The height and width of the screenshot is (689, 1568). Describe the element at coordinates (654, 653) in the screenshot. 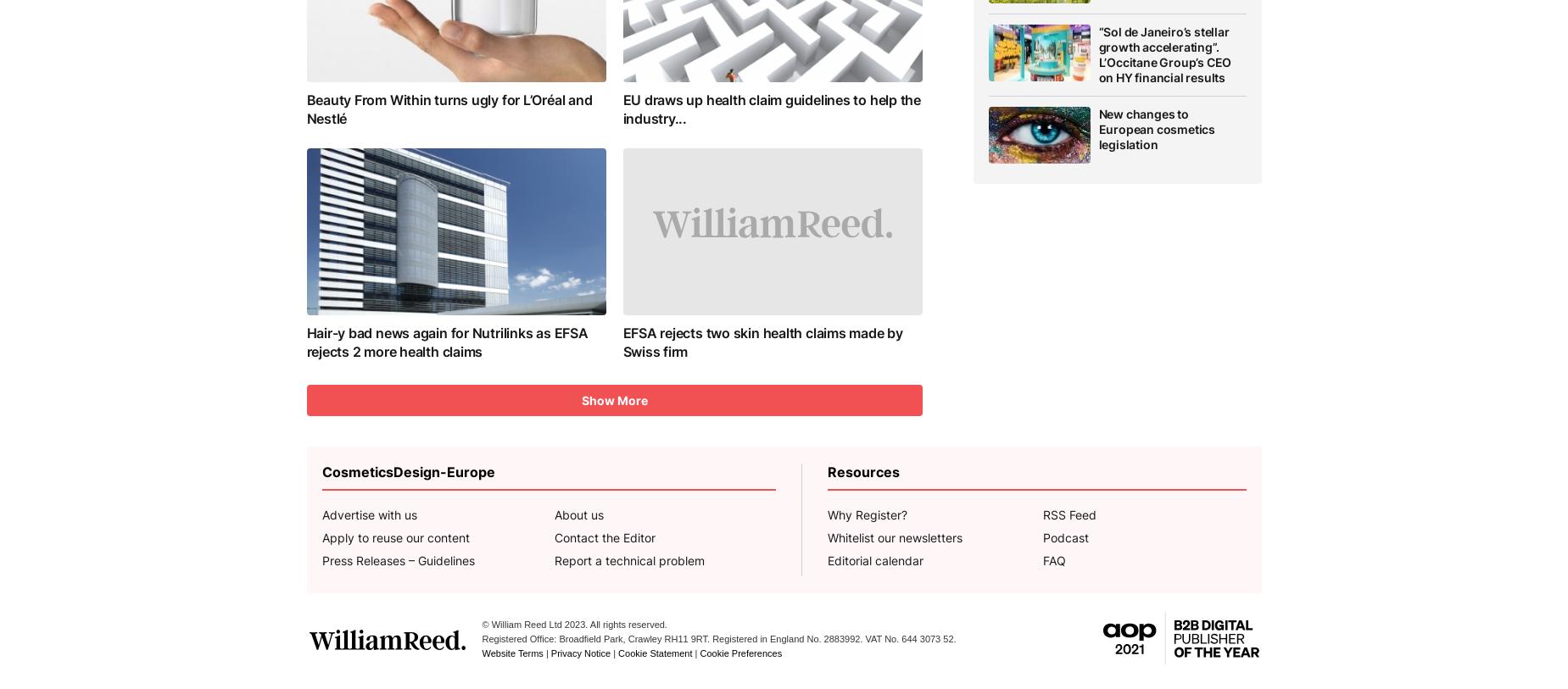

I see `'Cookie Statement'` at that location.